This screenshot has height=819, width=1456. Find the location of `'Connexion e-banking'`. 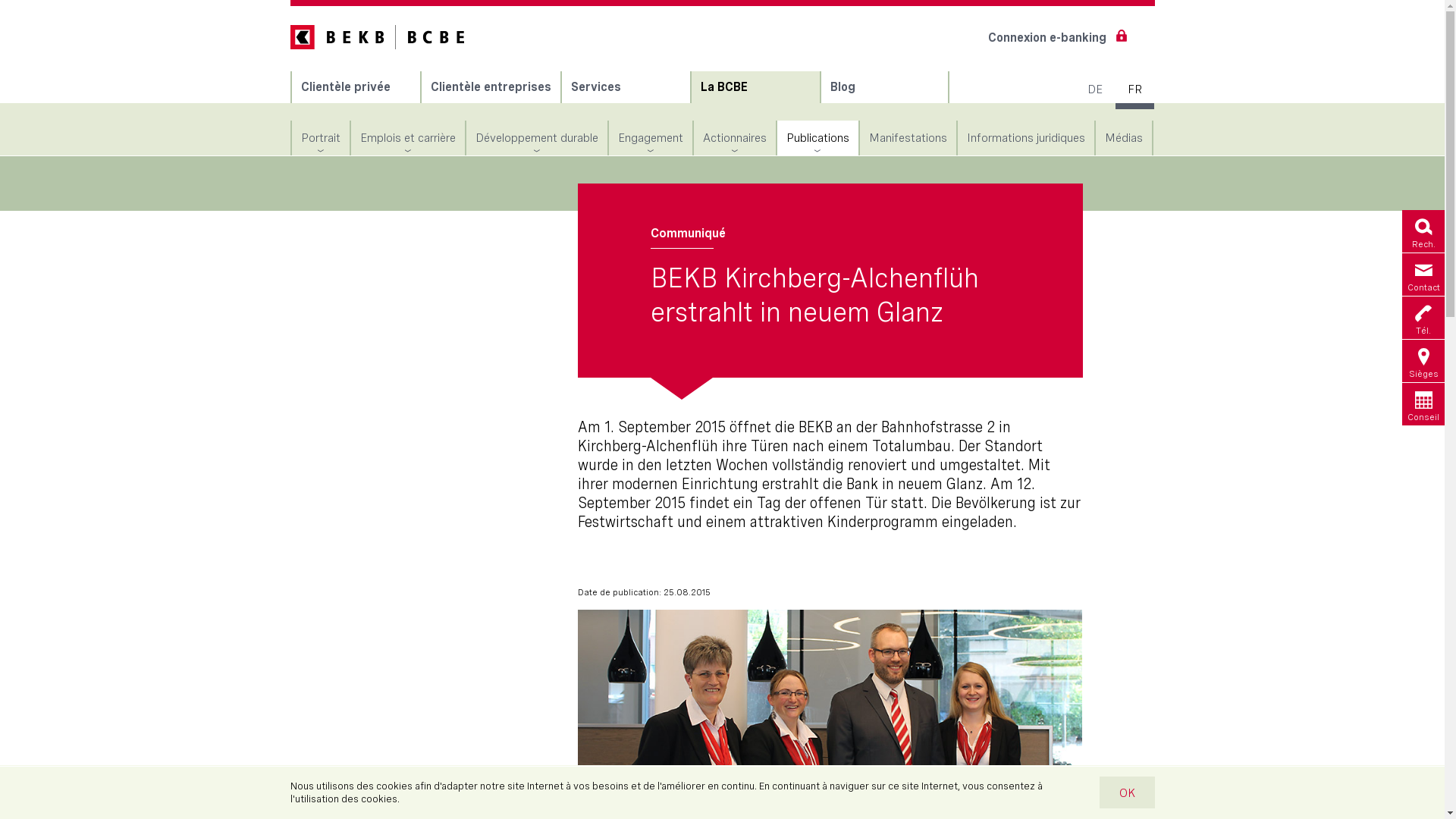

'Connexion e-banking' is located at coordinates (1053, 36).